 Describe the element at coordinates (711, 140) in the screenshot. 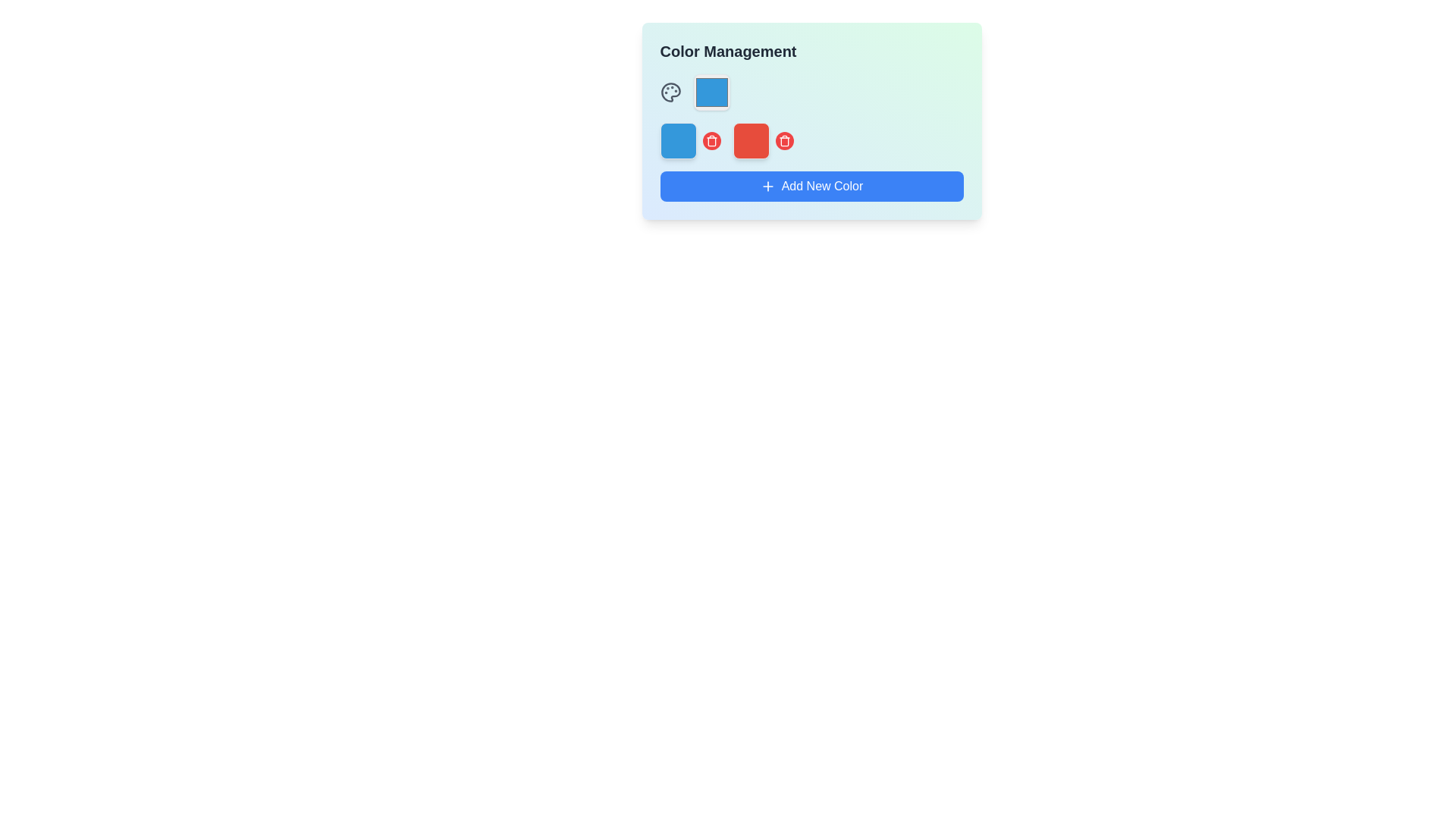

I see `the circular red button with a trash can icon located at the bottom-right section of the 'Color Management' card` at that location.